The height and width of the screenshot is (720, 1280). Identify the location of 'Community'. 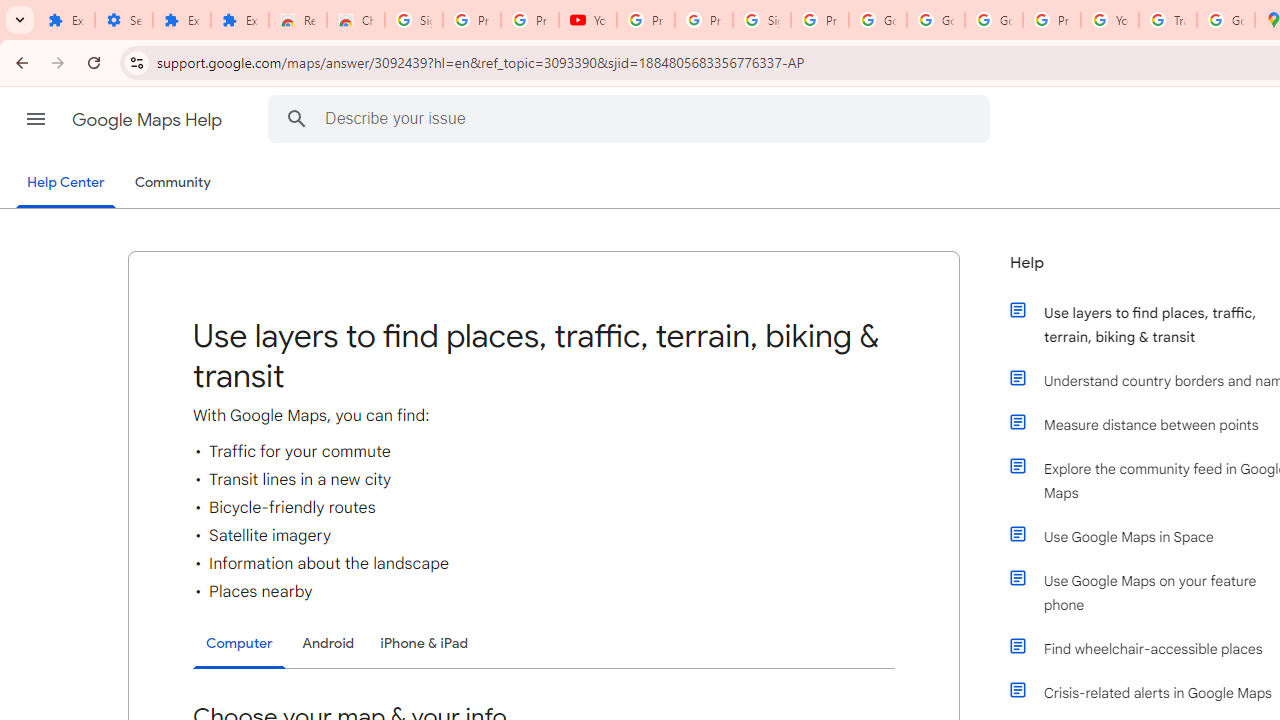
(172, 183).